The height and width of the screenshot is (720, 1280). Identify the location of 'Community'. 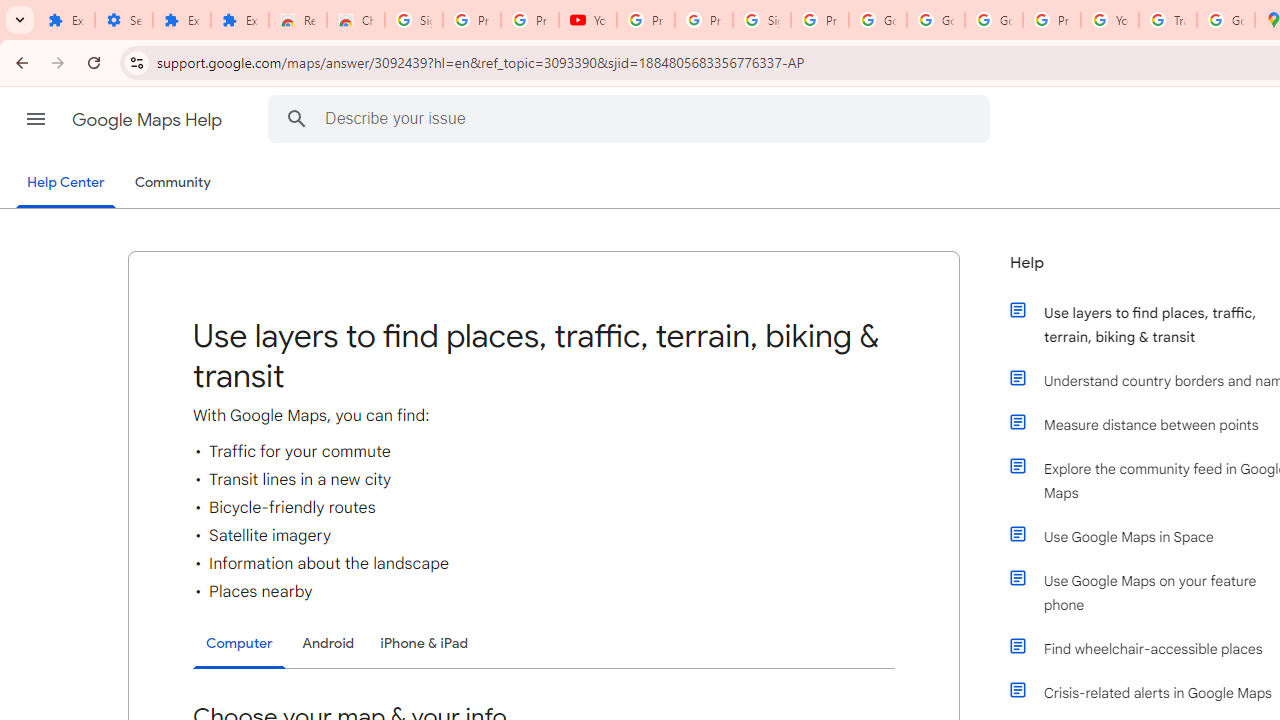
(172, 183).